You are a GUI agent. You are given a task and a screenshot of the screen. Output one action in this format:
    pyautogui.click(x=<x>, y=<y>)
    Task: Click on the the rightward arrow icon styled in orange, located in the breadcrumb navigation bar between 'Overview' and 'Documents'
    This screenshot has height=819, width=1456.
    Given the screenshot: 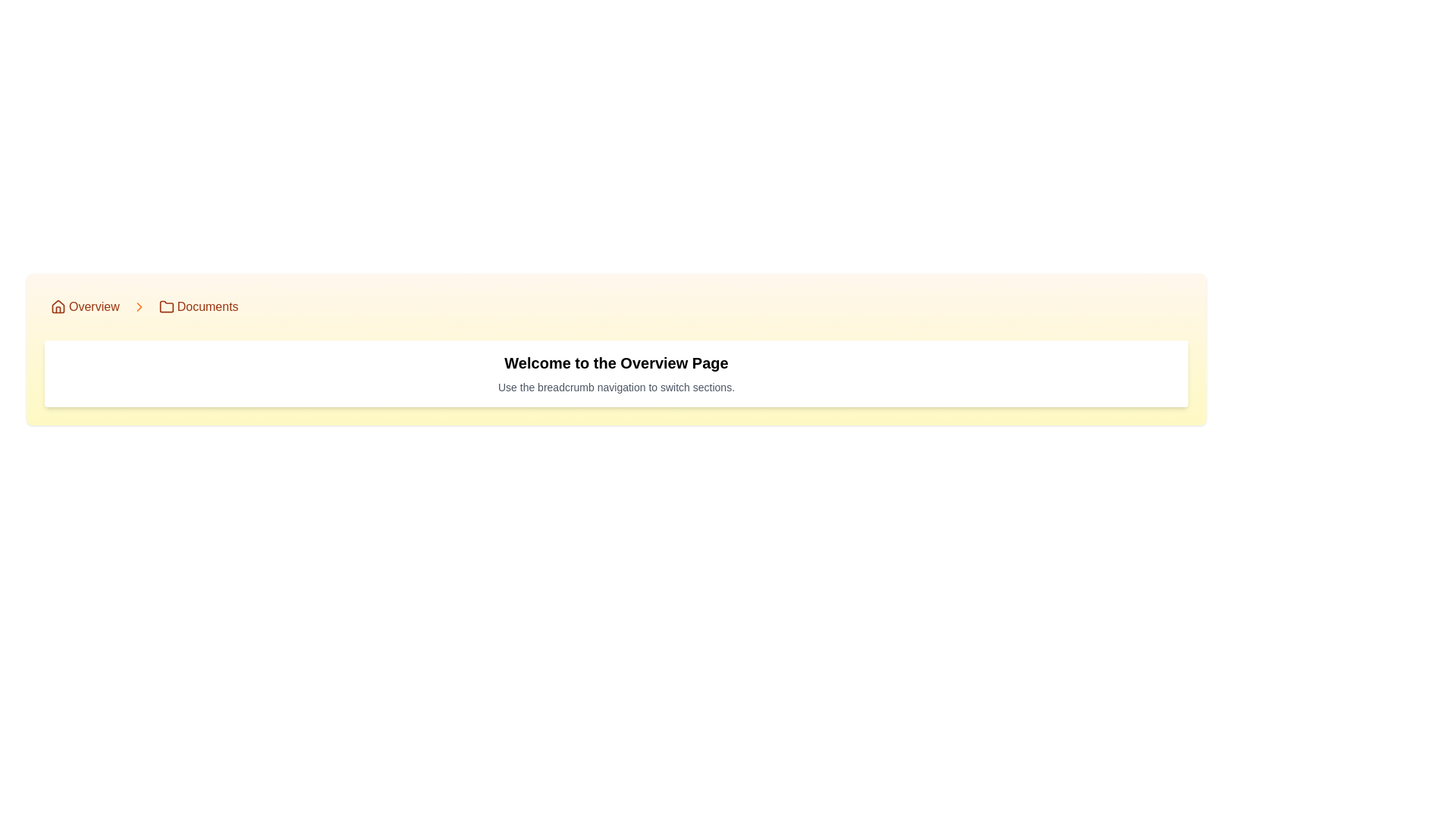 What is the action you would take?
    pyautogui.click(x=139, y=307)
    